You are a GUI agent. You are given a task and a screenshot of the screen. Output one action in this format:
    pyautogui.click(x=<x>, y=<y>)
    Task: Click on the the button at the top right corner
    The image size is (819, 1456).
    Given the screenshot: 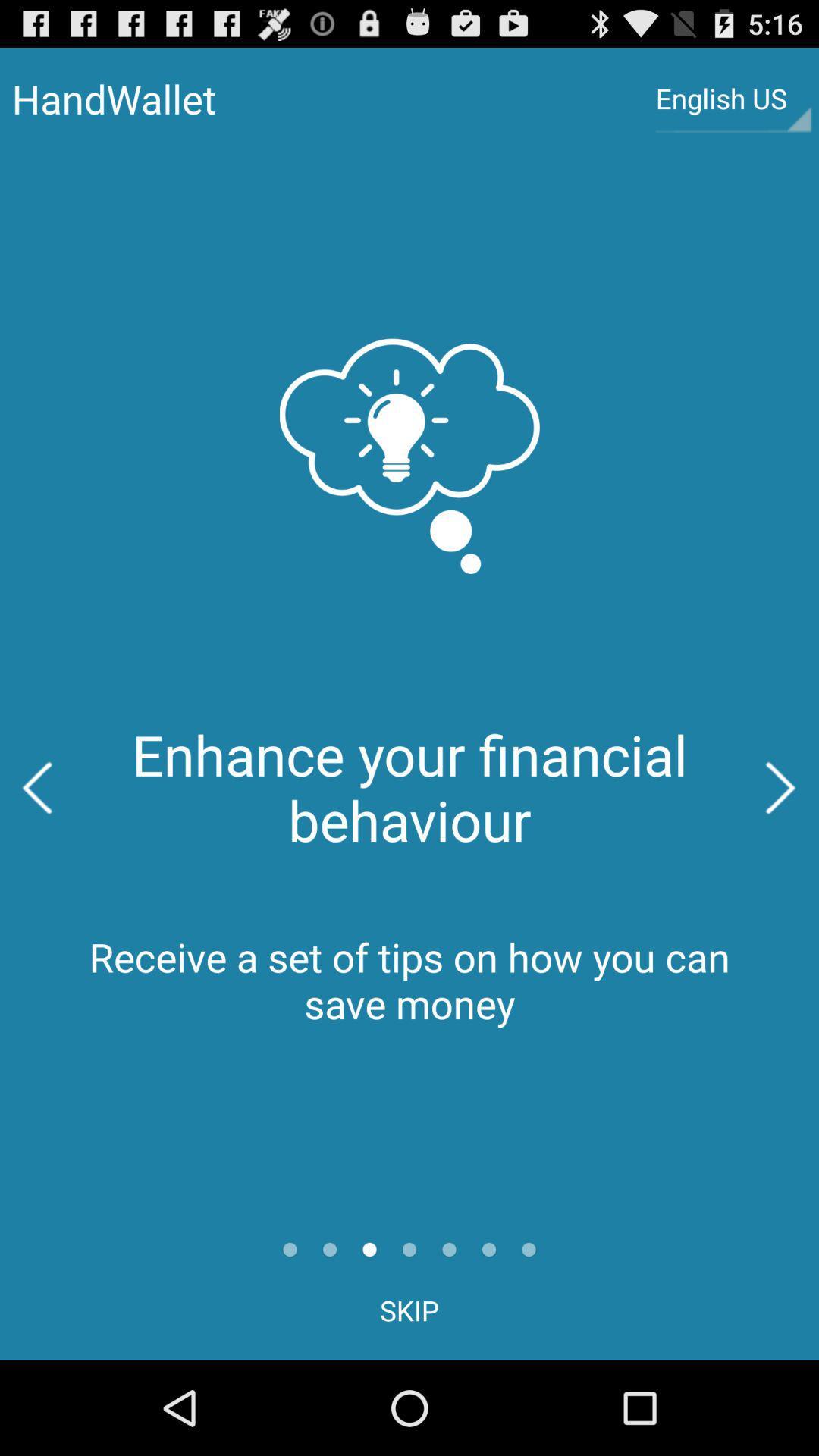 What is the action you would take?
    pyautogui.click(x=733, y=98)
    